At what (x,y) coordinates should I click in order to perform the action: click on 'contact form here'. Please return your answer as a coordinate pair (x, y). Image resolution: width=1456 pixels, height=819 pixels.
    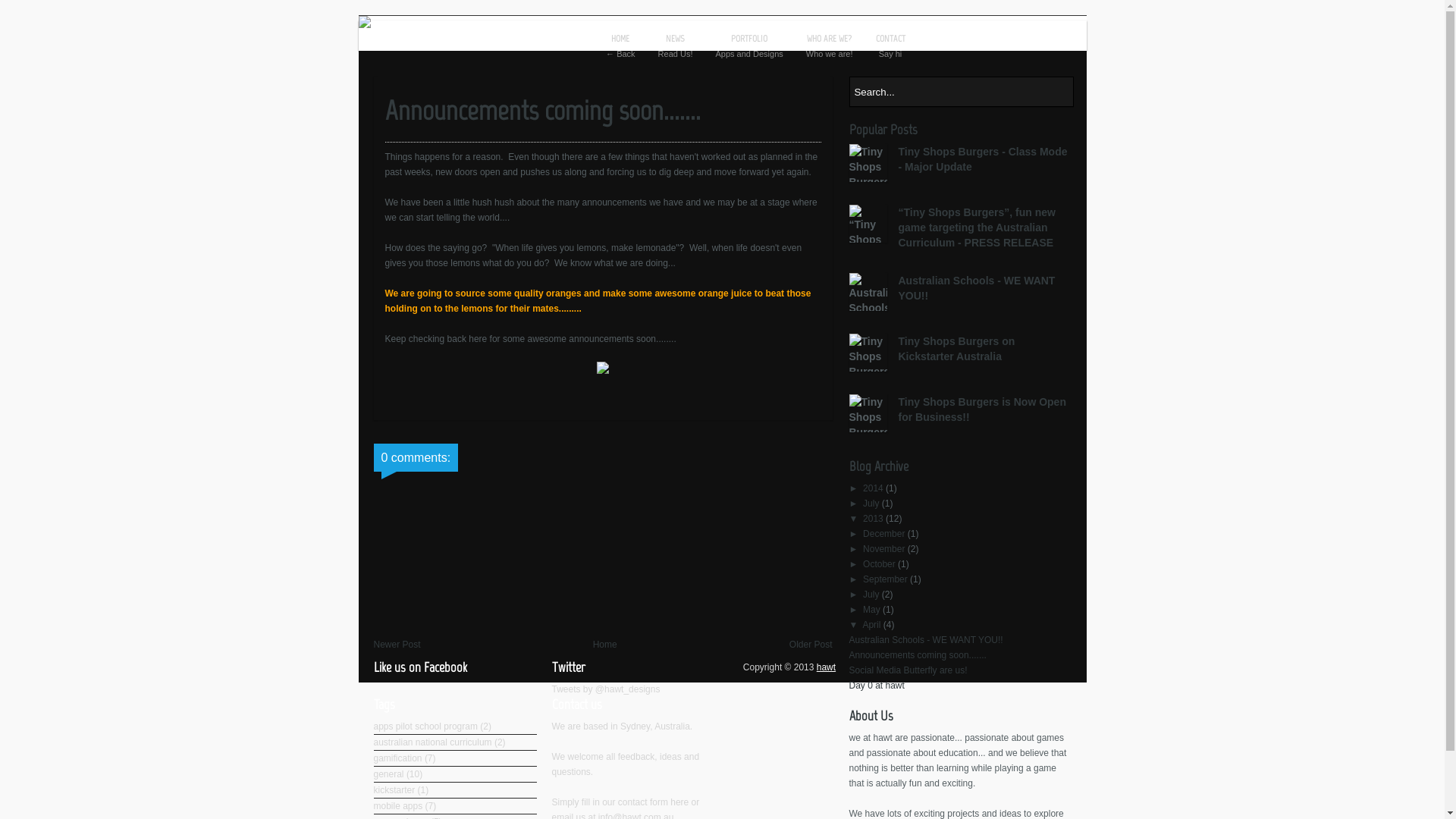
    Looking at the image, I should click on (653, 801).